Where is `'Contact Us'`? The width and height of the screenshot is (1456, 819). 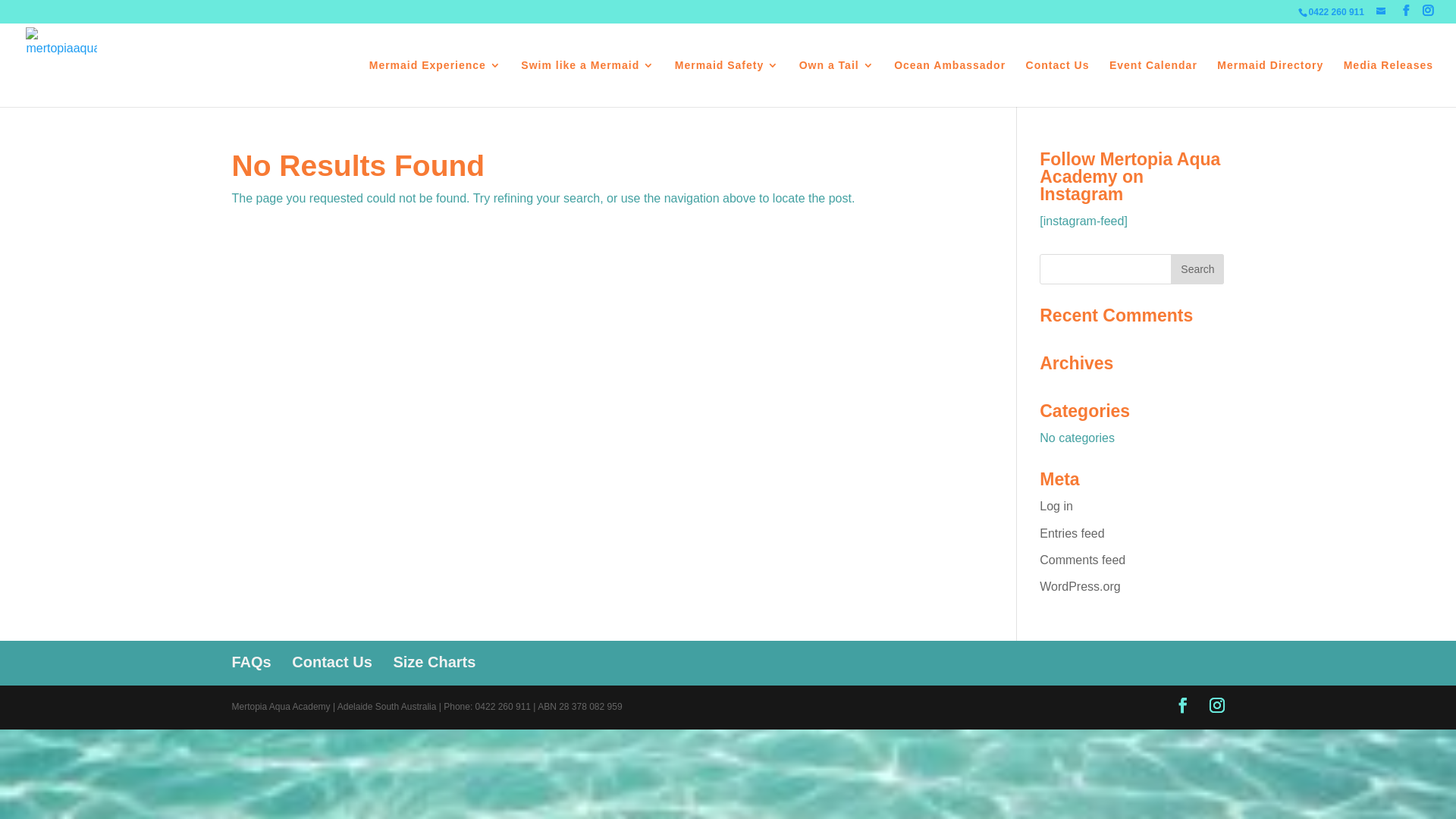 'Contact Us' is located at coordinates (291, 661).